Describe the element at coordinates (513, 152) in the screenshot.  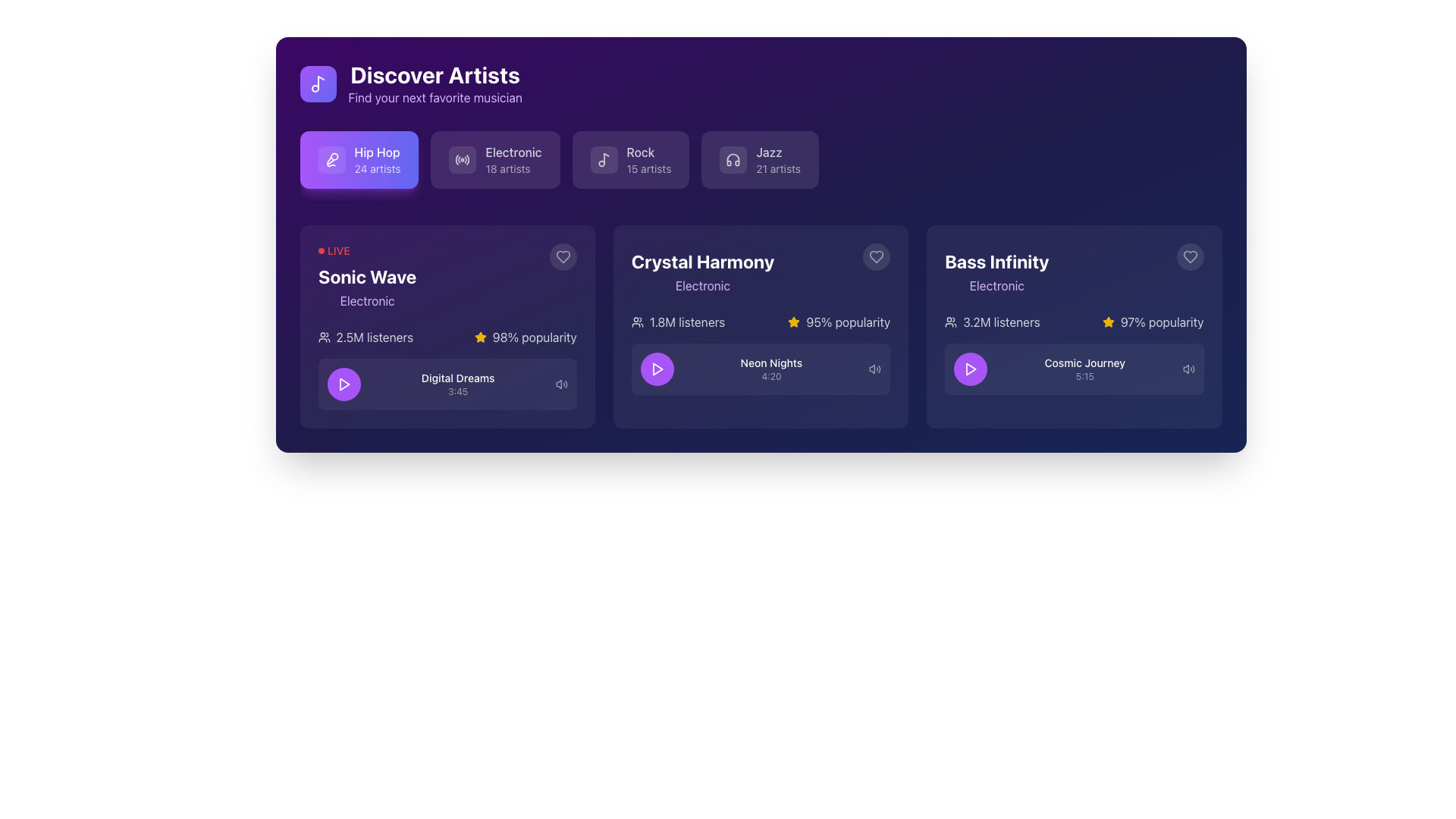
I see `the text label displaying 'Electronic' in white font color, located within the dark purple background in the 'Discover Artists' section, positioned between 'Hip Hop' and 'Rock' categories` at that location.